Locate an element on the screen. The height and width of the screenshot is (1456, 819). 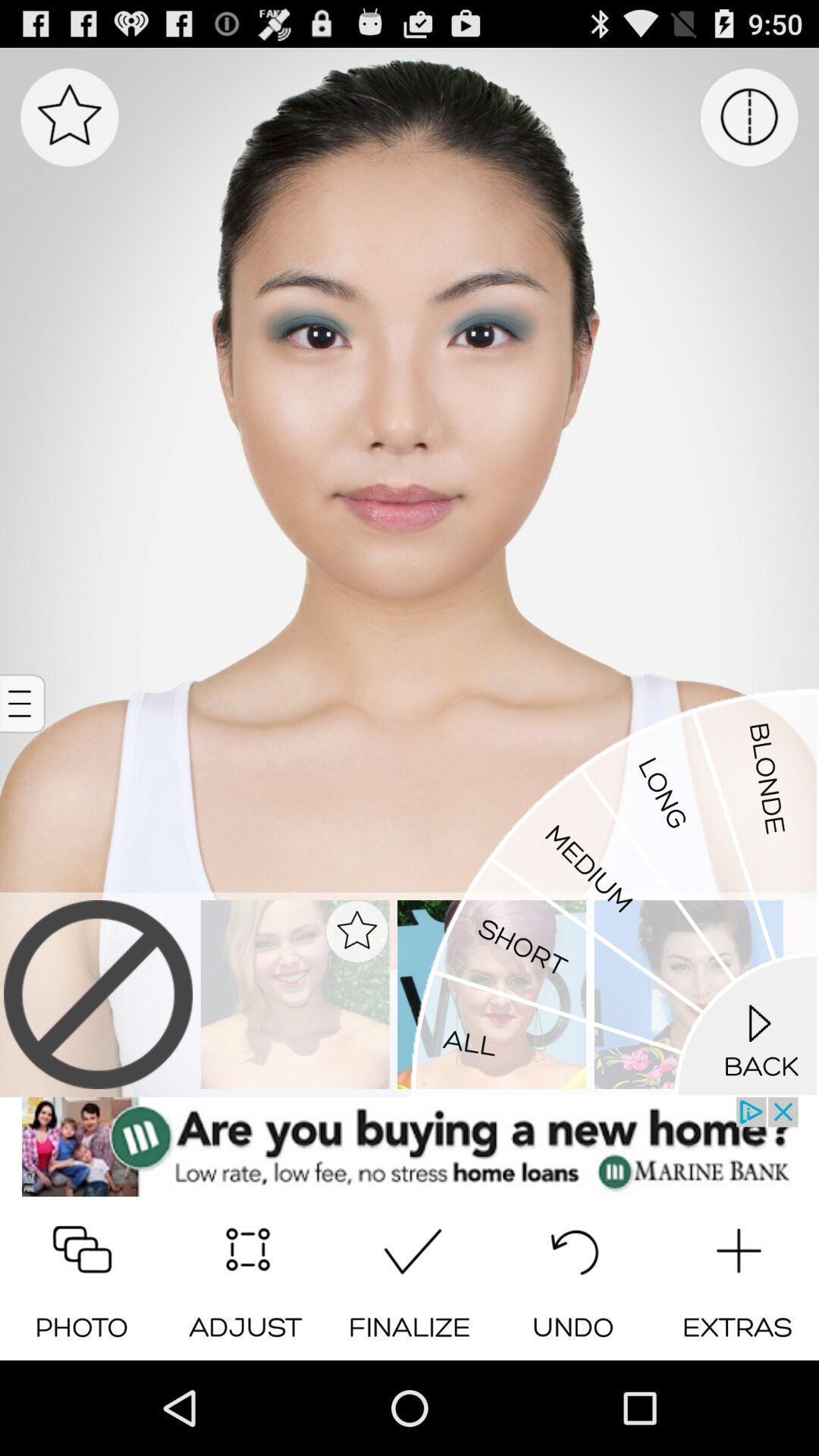
the menu icon is located at coordinates (24, 753).